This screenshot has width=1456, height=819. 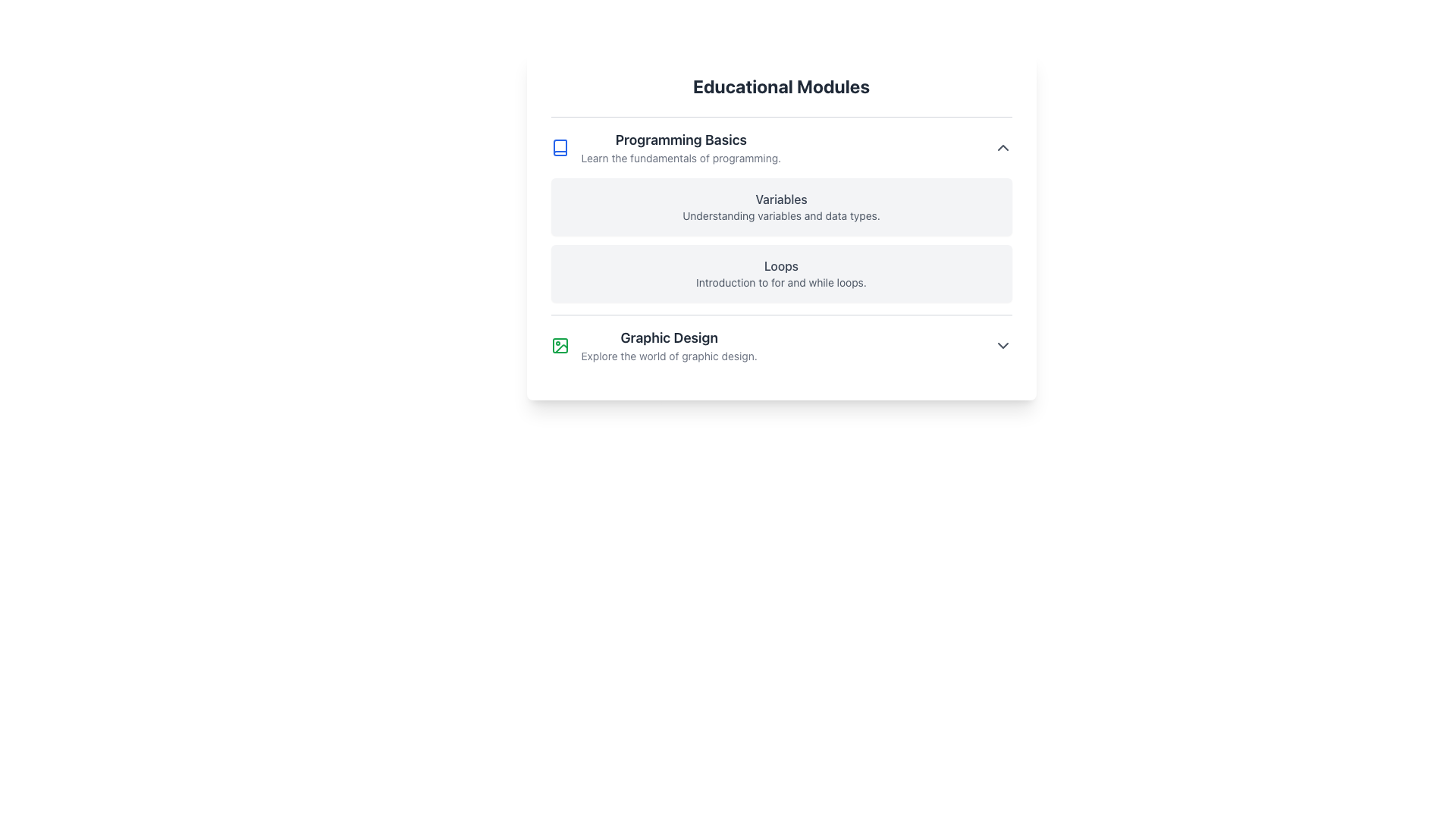 What do you see at coordinates (781, 274) in the screenshot?
I see `the Informational card about programming loops located beneath the 'Variables' card in the 'Programming Basics' section for potential copy or selection actions` at bounding box center [781, 274].